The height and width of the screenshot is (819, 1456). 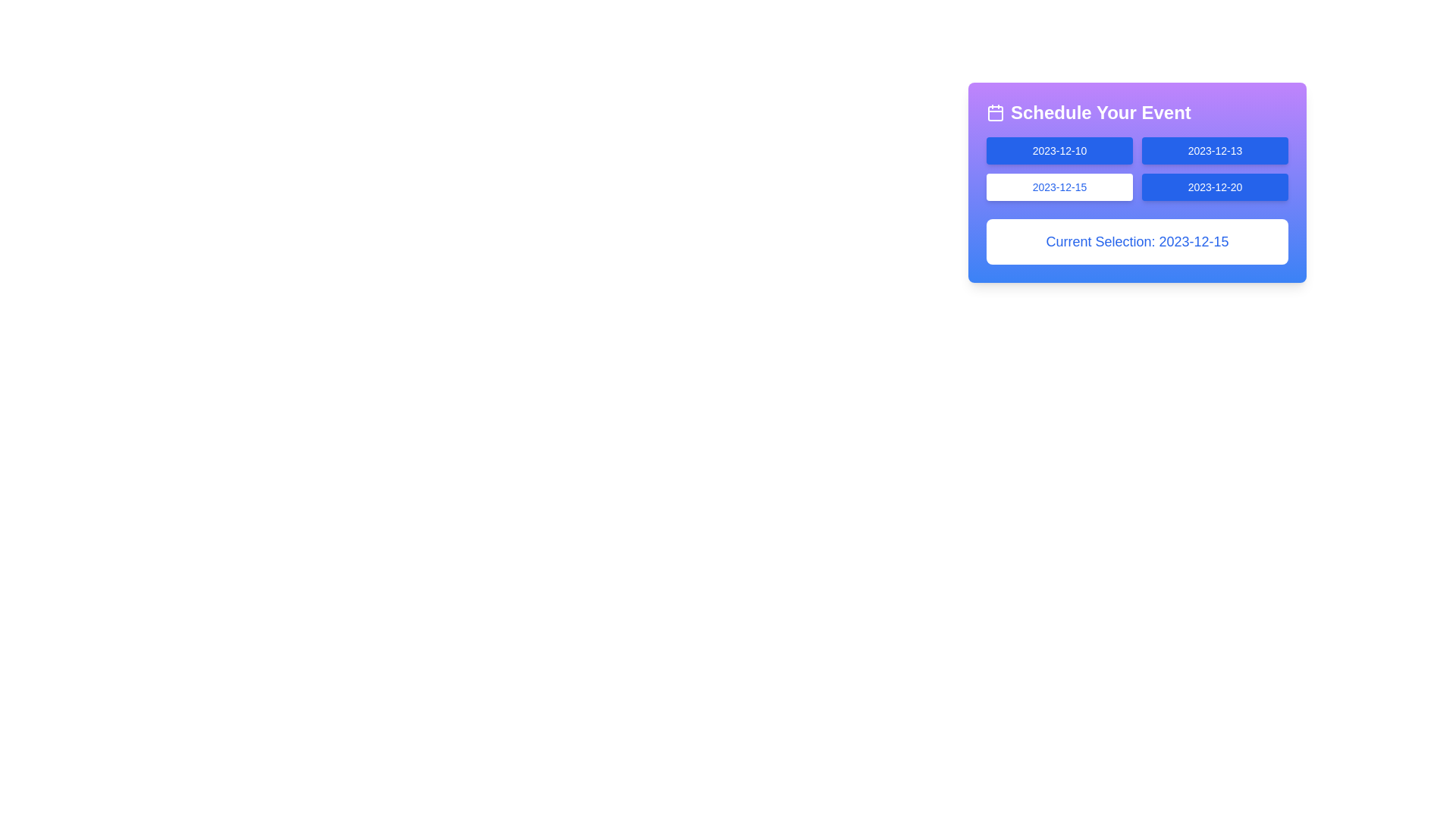 What do you see at coordinates (996, 113) in the screenshot?
I see `SVG Rectangle representing the date selection functionality within the calendar icon of the 'Schedule Your Event' panel, located on the top-right side of the interface` at bounding box center [996, 113].